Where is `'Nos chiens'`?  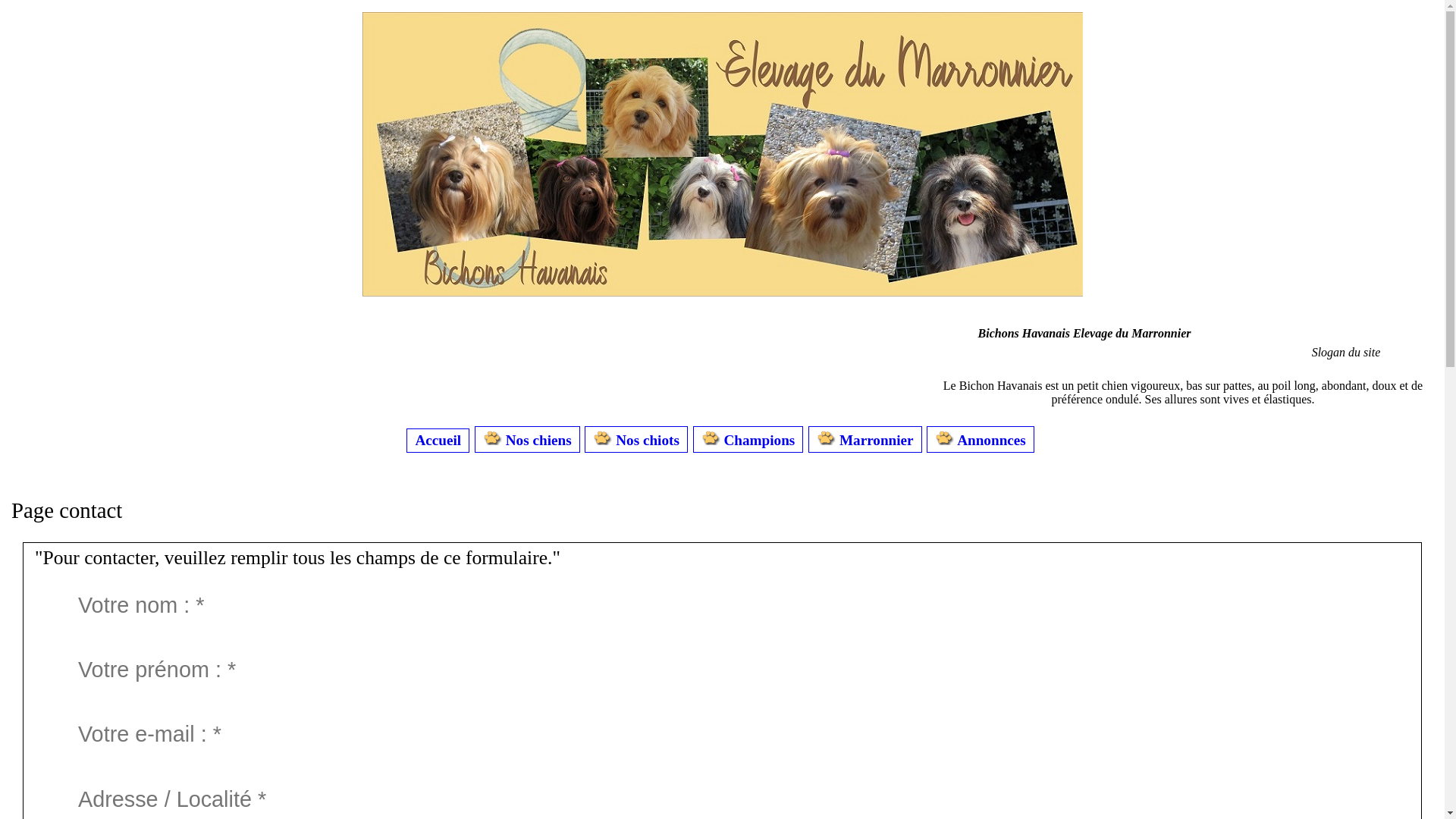
'Nos chiens' is located at coordinates (527, 439).